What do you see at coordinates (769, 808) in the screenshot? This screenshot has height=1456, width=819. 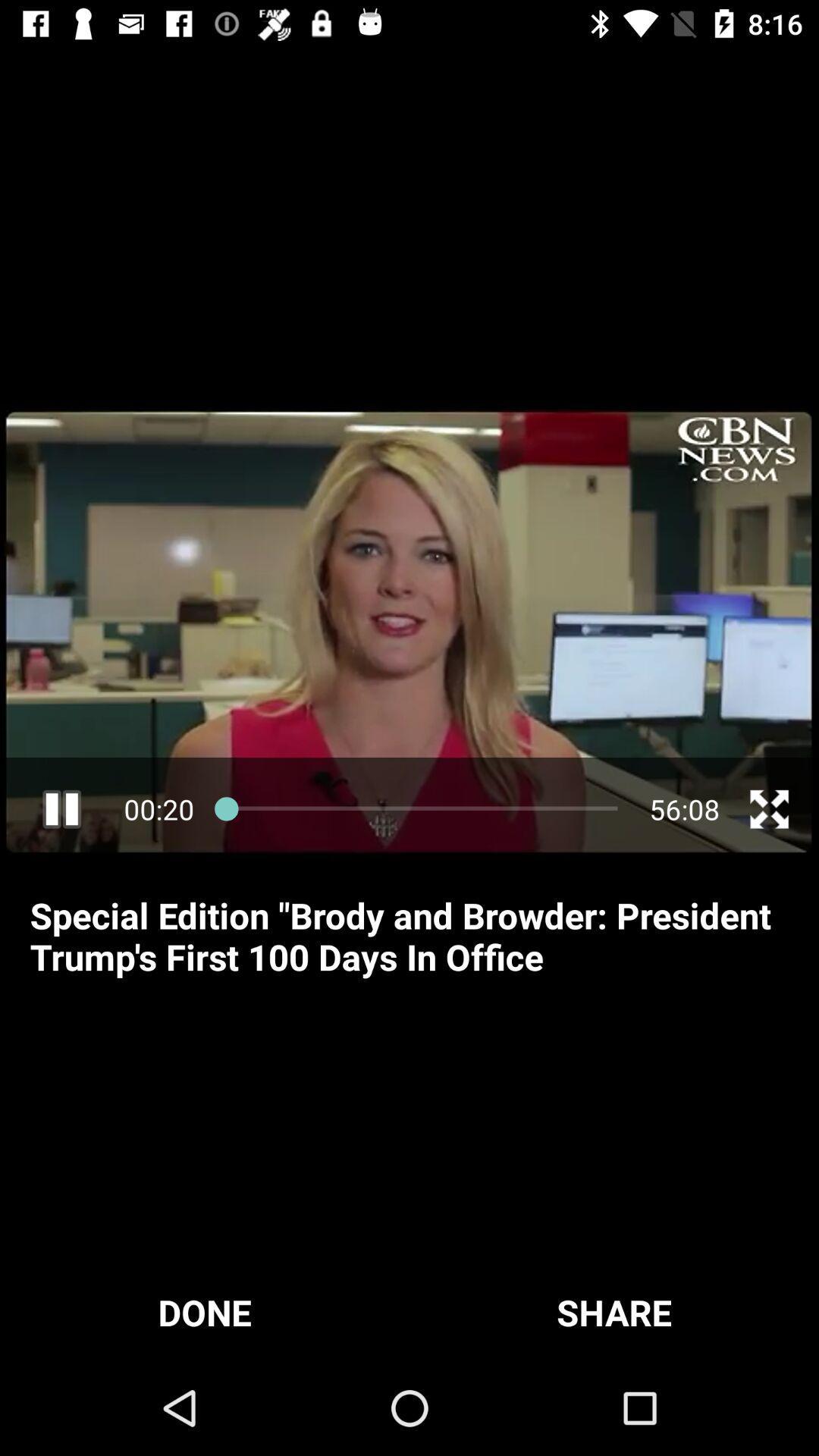 I see `the fullscreen icon` at bounding box center [769, 808].